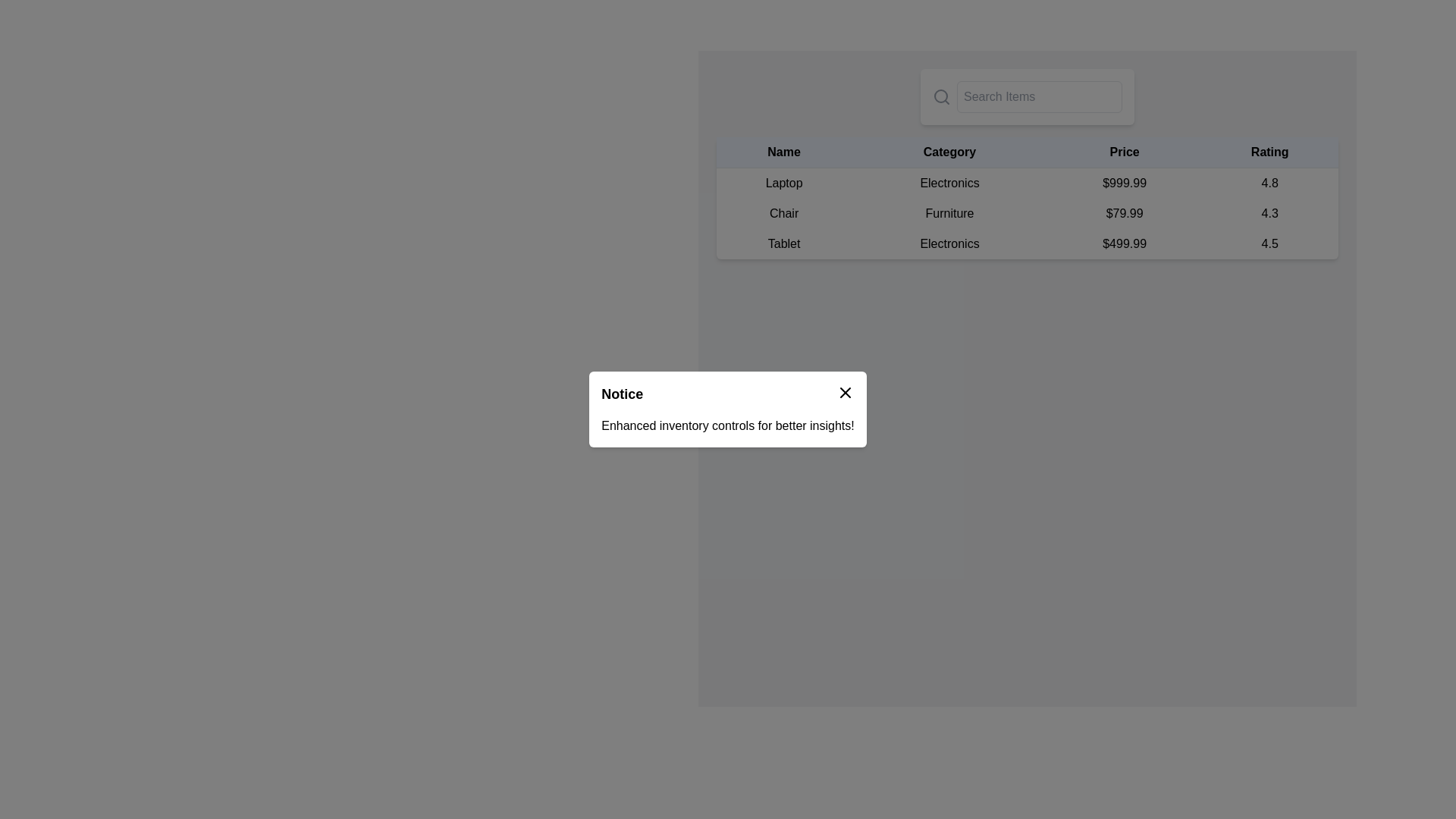 This screenshot has height=819, width=1456. Describe the element at coordinates (949, 152) in the screenshot. I see `the 'Category' column header in the table, which is centrally located between the 'Name' and 'Price' headings` at that location.